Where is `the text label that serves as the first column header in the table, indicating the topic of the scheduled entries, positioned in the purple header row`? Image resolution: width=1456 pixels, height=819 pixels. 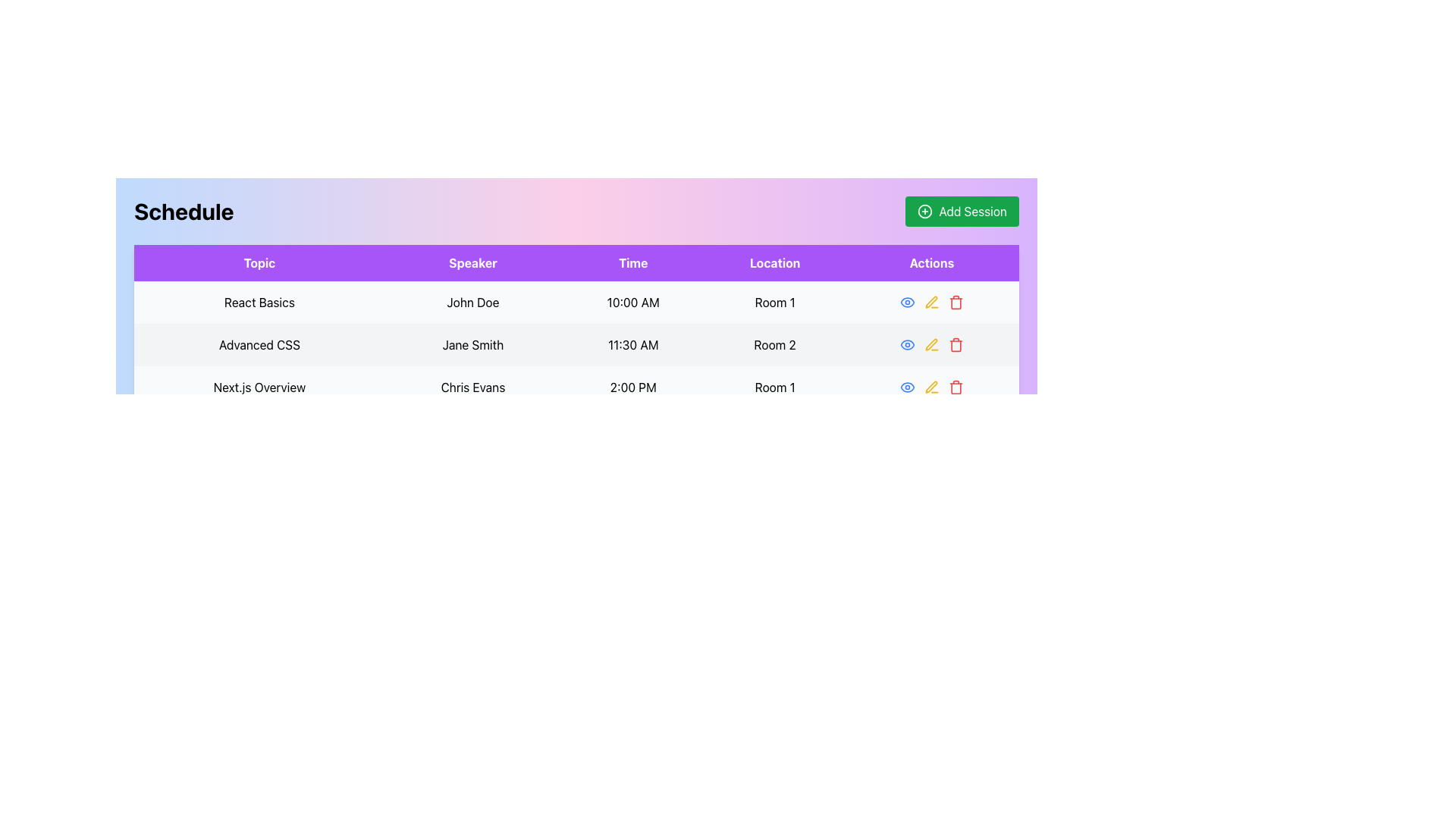 the text label that serves as the first column header in the table, indicating the topic of the scheduled entries, positioned in the purple header row is located at coordinates (259, 262).